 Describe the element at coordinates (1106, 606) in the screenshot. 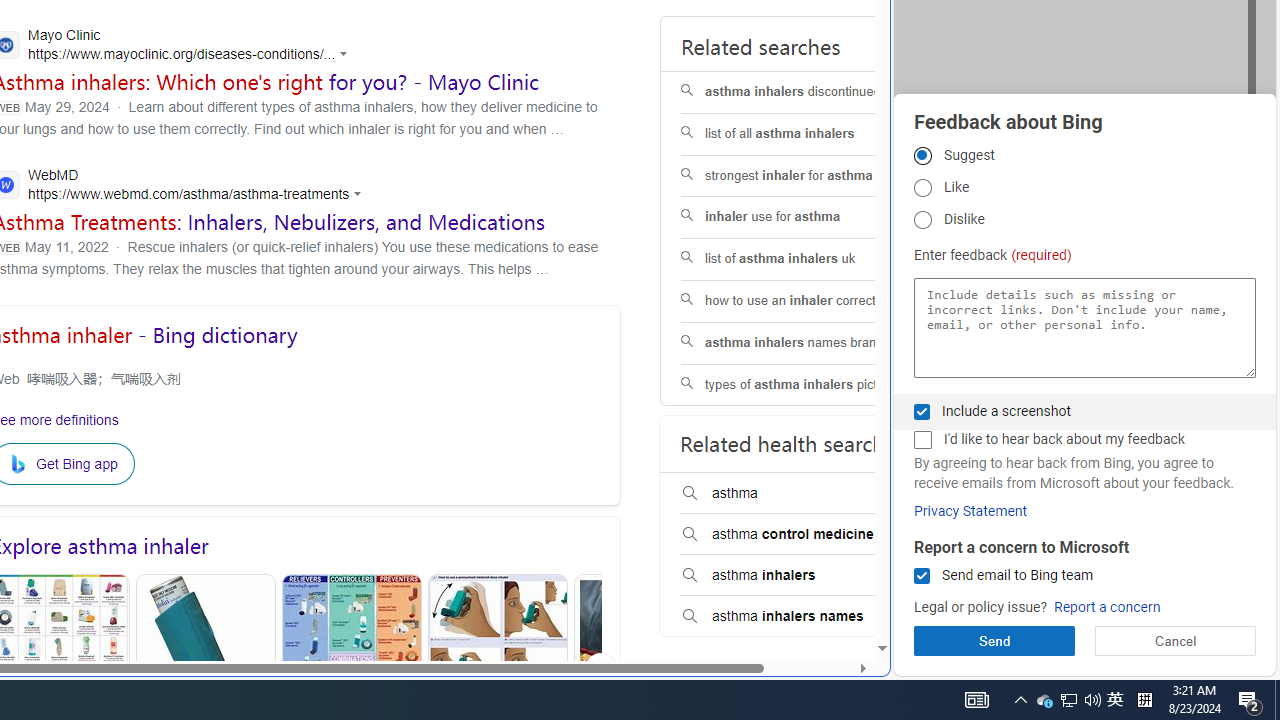

I see `'Report a concern'` at that location.